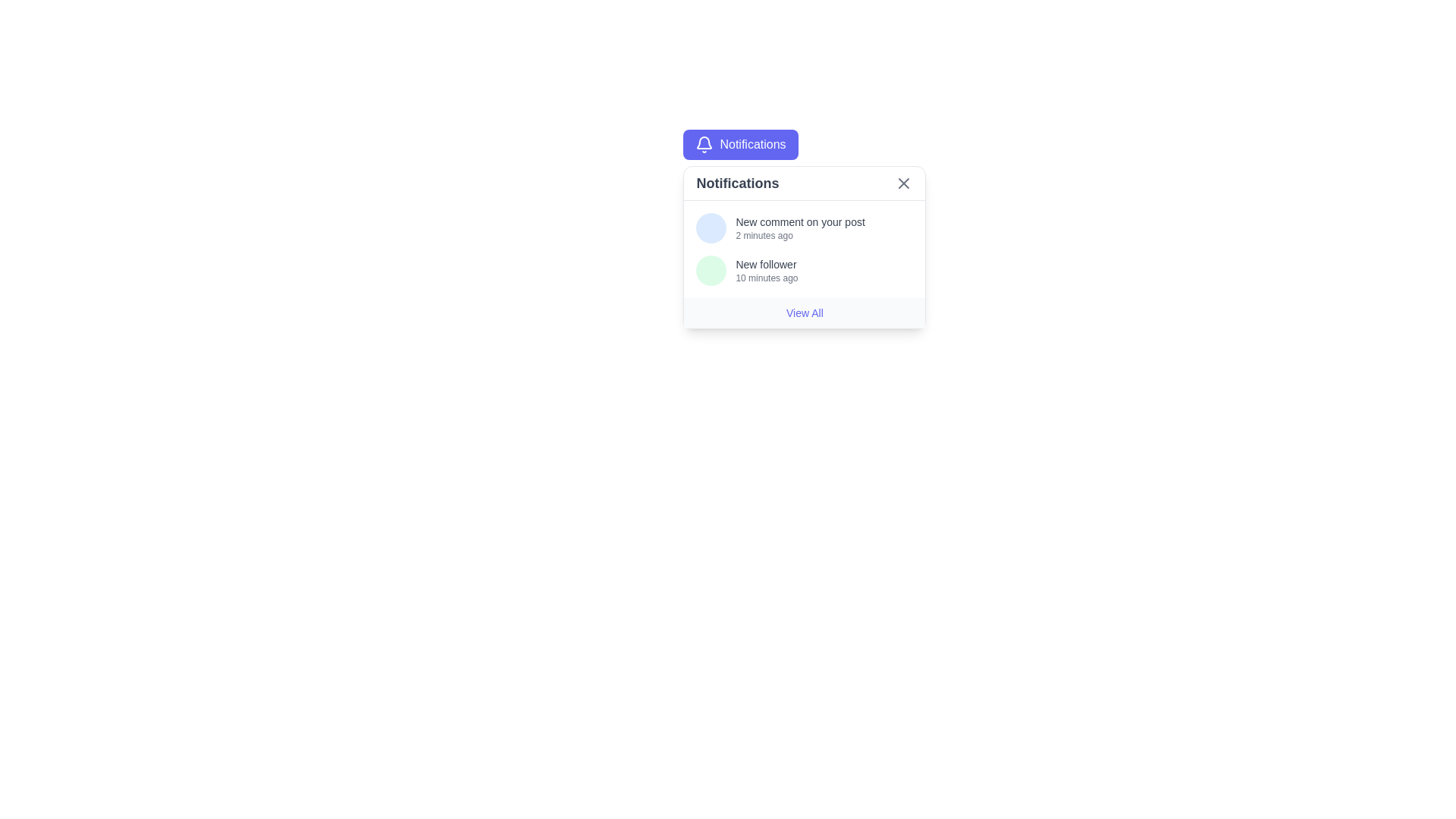  Describe the element at coordinates (767, 263) in the screenshot. I see `the 'New follower' notification label located in the notification dropdown panel under the heading 'Notifications'. This label indicates the type of activity being reported` at that location.